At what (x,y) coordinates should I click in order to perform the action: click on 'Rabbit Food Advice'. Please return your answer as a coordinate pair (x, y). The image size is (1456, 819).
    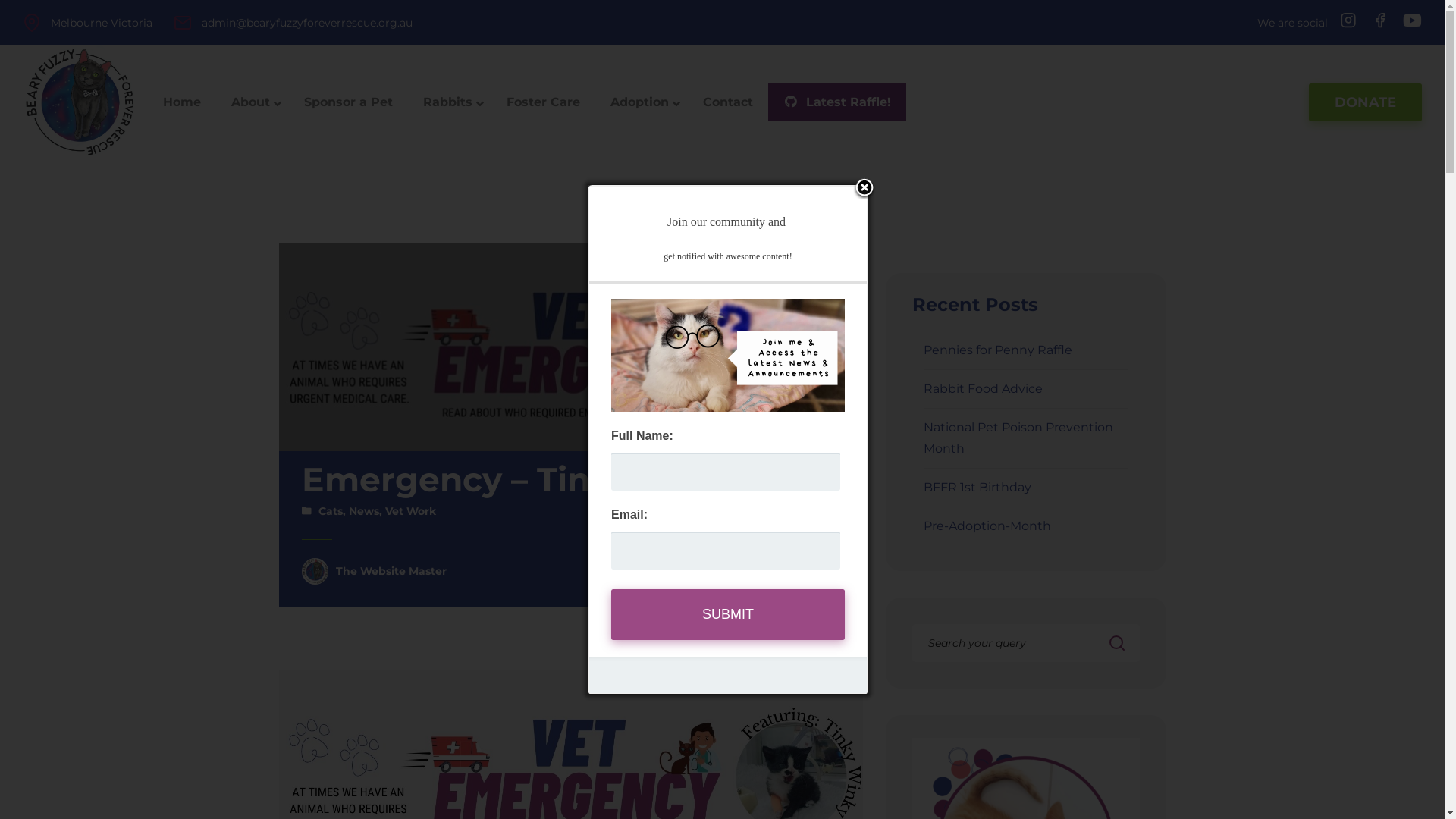
    Looking at the image, I should click on (983, 388).